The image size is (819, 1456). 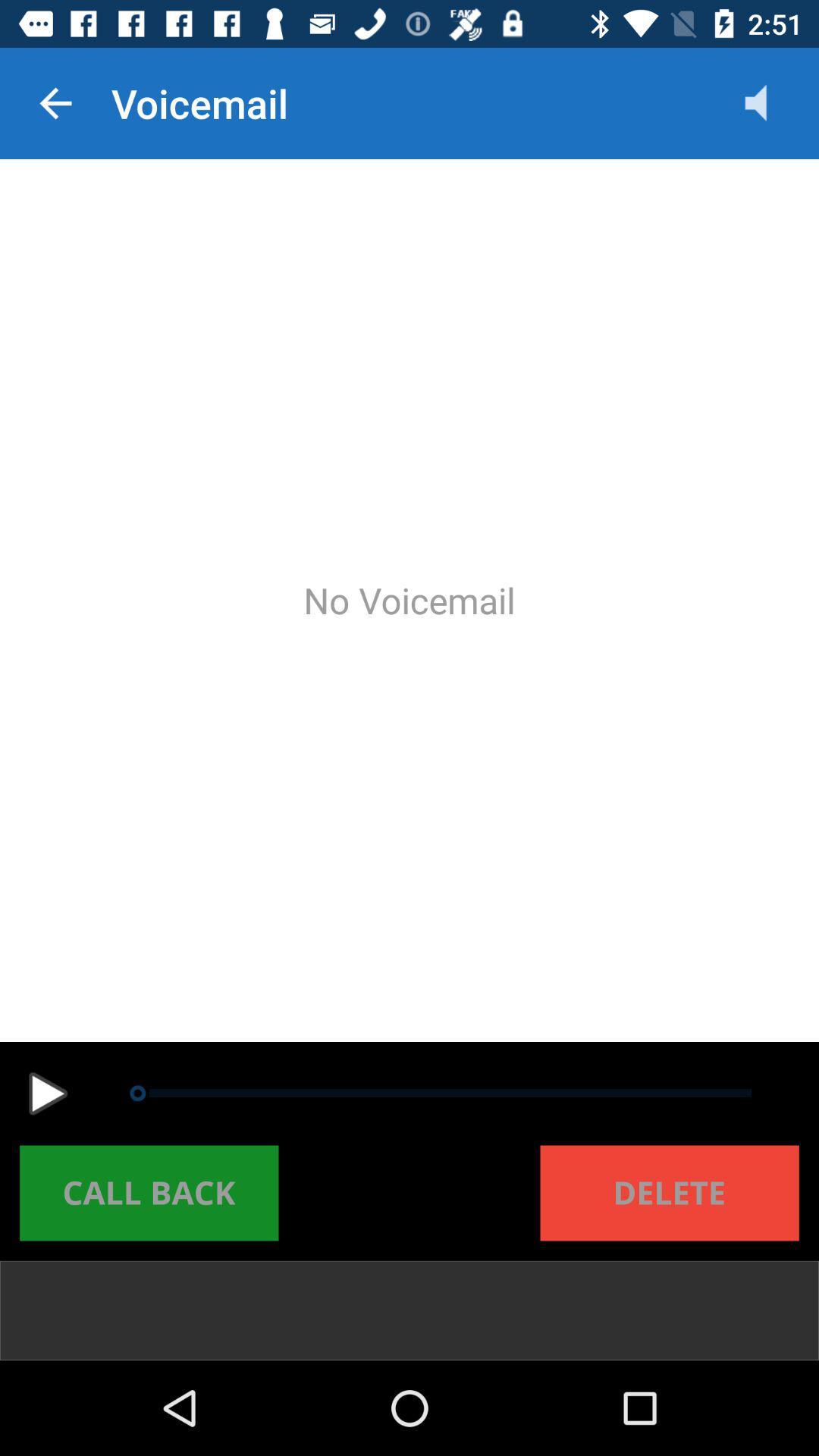 I want to click on the item next to the voicemail item, so click(x=55, y=102).